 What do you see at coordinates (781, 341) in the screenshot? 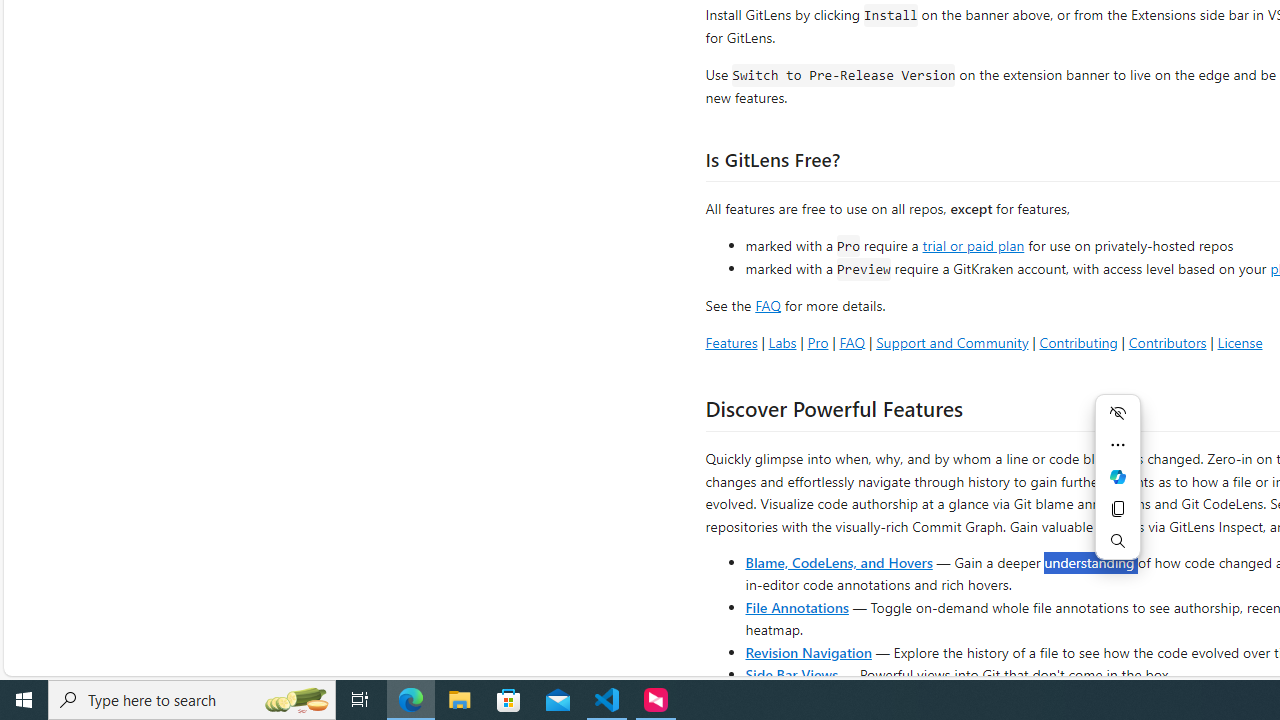
I see `'Labs'` at bounding box center [781, 341].